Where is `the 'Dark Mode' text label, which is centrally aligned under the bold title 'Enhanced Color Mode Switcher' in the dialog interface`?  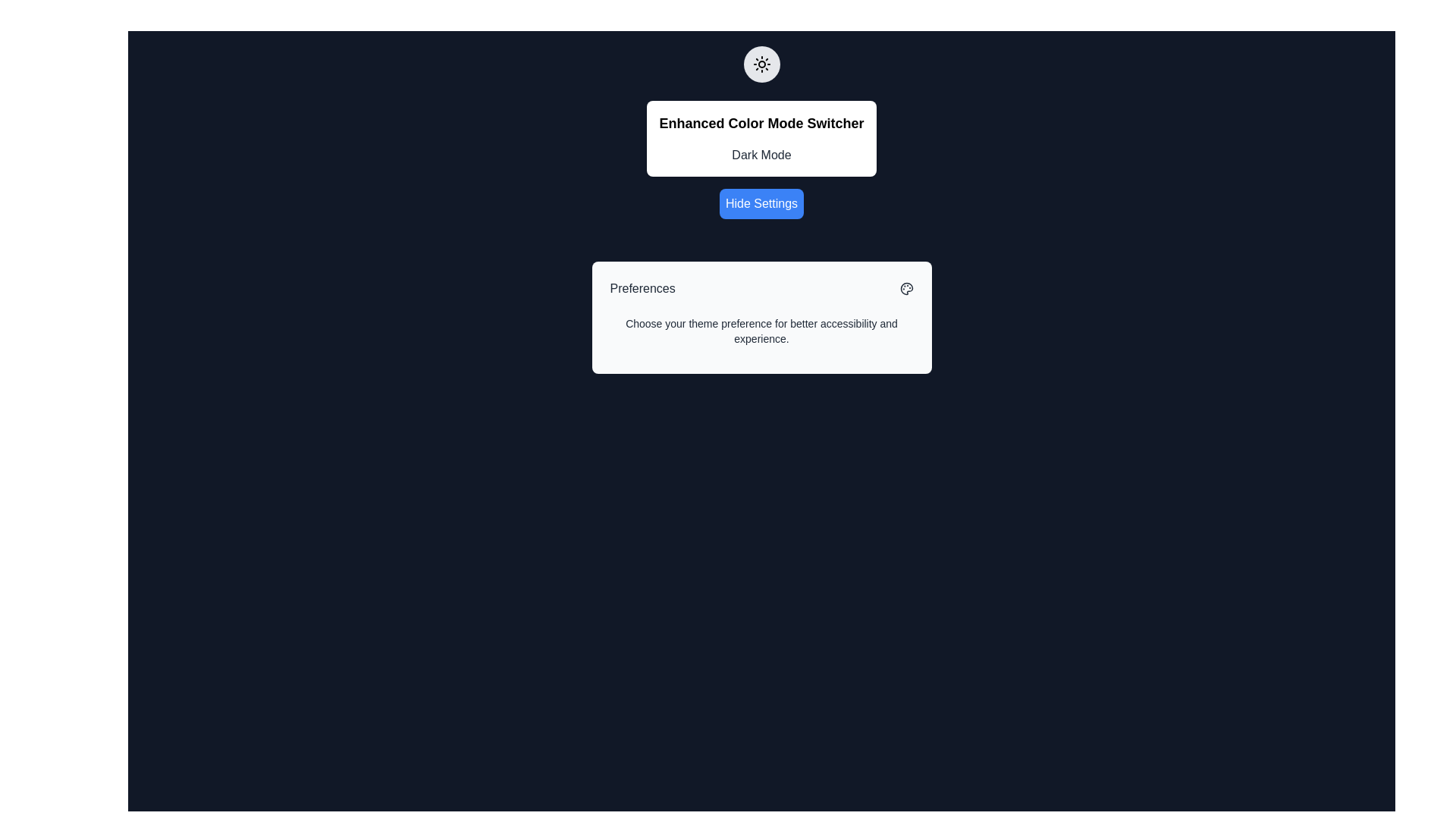
the 'Dark Mode' text label, which is centrally aligned under the bold title 'Enhanced Color Mode Switcher' in the dialog interface is located at coordinates (761, 155).